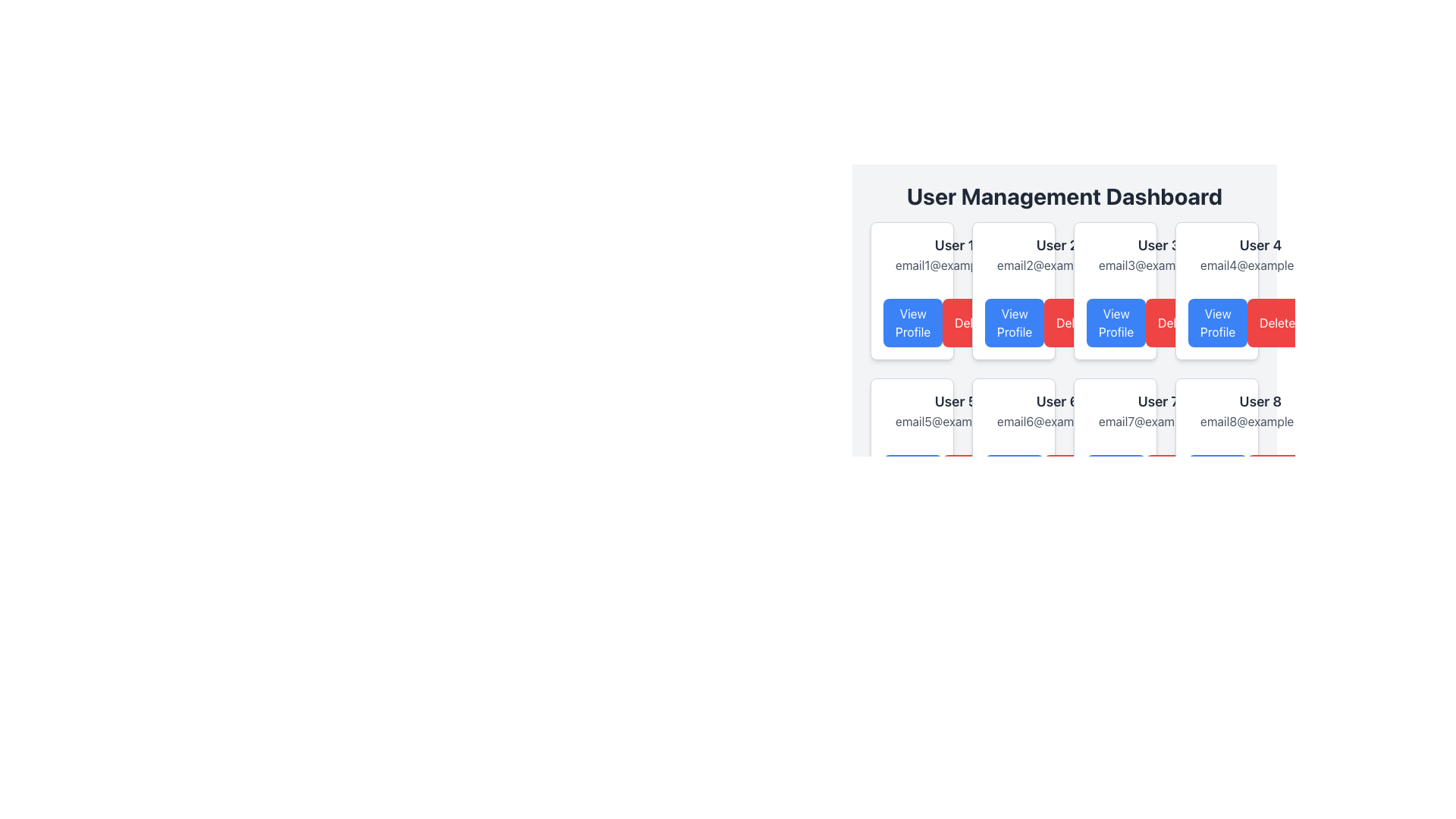  Describe the element at coordinates (1175, 322) in the screenshot. I see `the 'Delete' button with a red background and white text located within the user management card under 'User 4' to initiate a delete action` at that location.